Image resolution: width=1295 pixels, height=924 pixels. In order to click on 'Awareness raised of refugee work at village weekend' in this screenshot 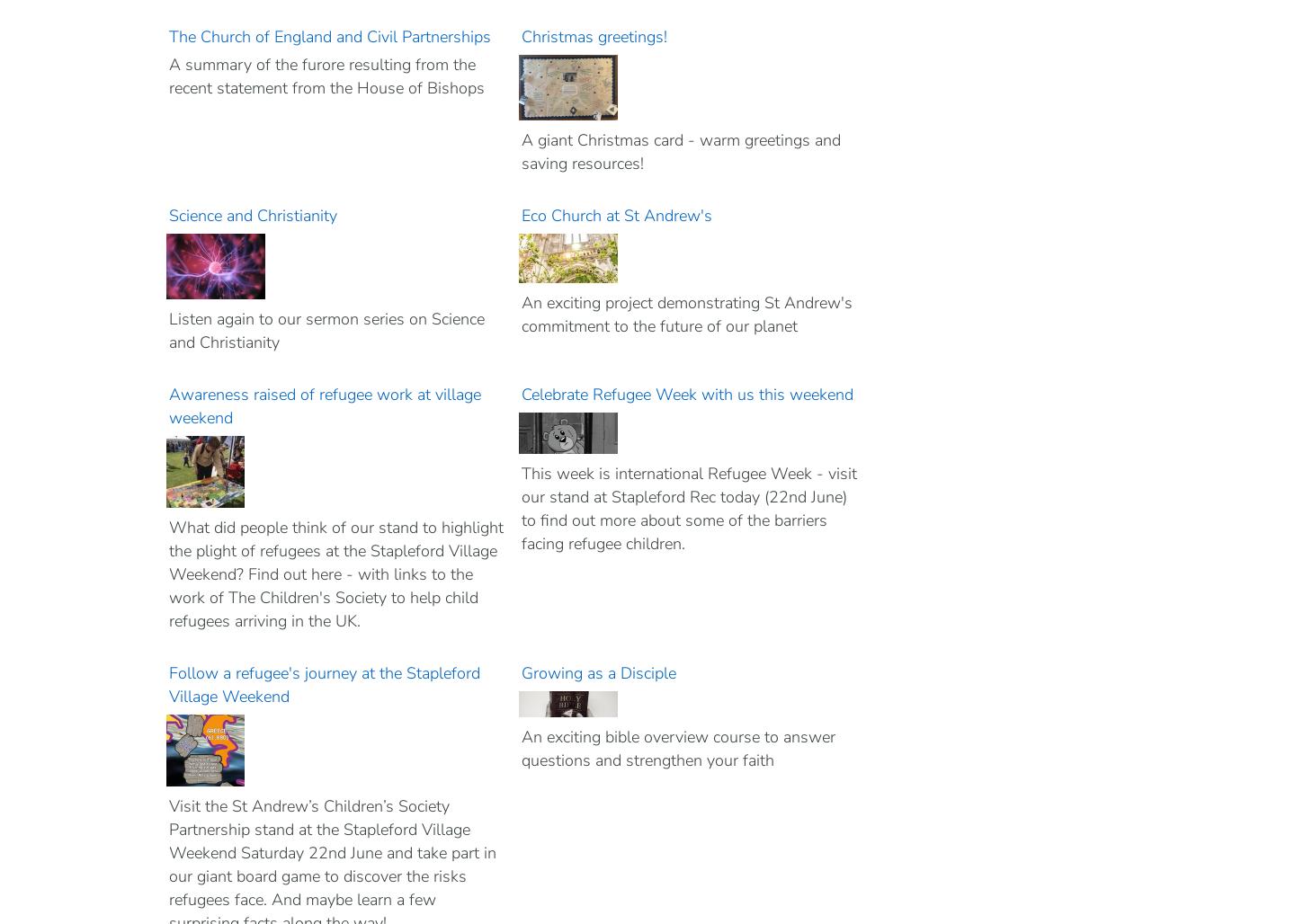, I will do `click(324, 405)`.